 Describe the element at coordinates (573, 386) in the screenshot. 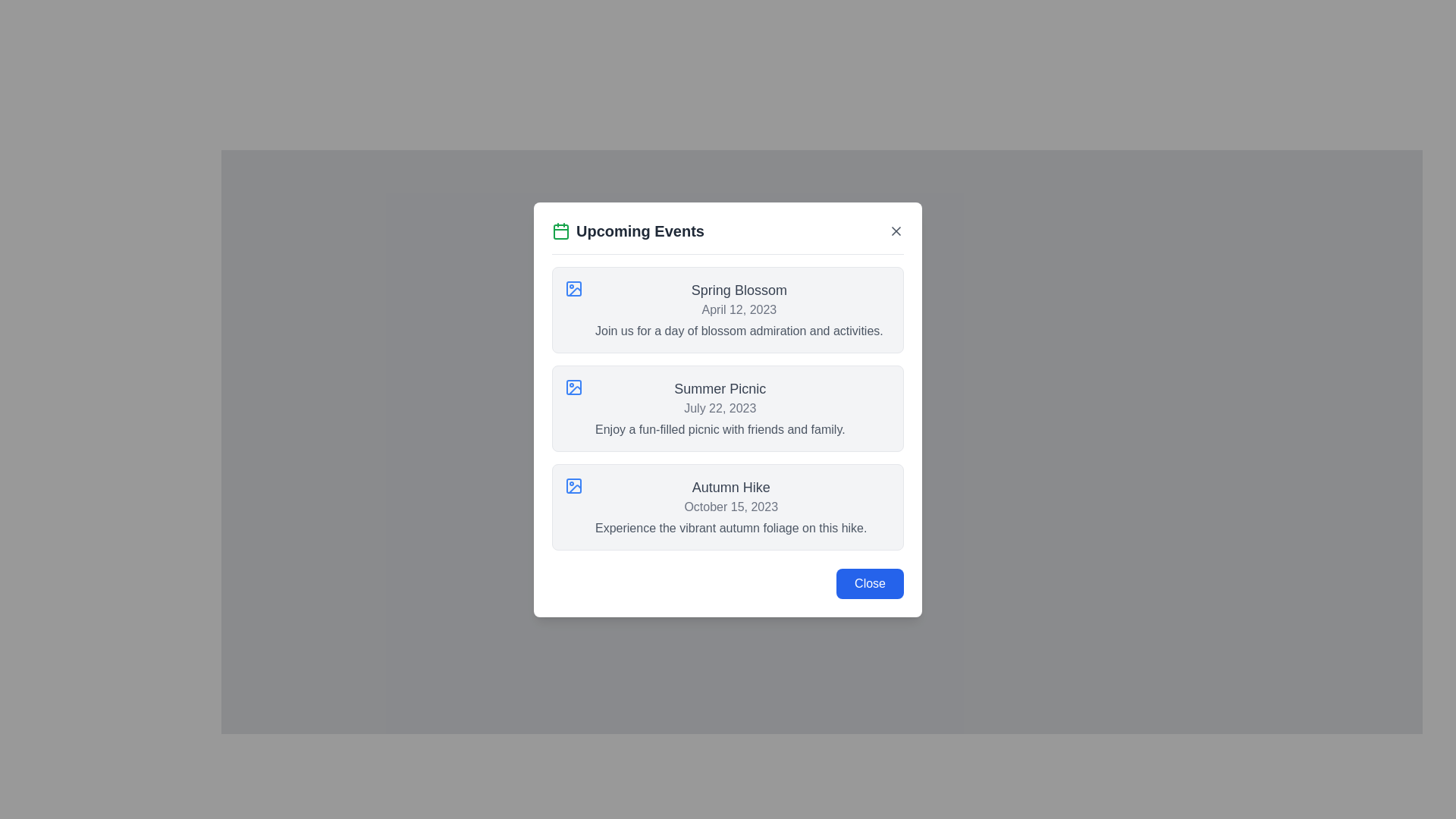

I see `the SVG rectangle that serves as the background section of the graphical component in the icon next to the text 'Summer Picnic' in the second row of the list` at that location.